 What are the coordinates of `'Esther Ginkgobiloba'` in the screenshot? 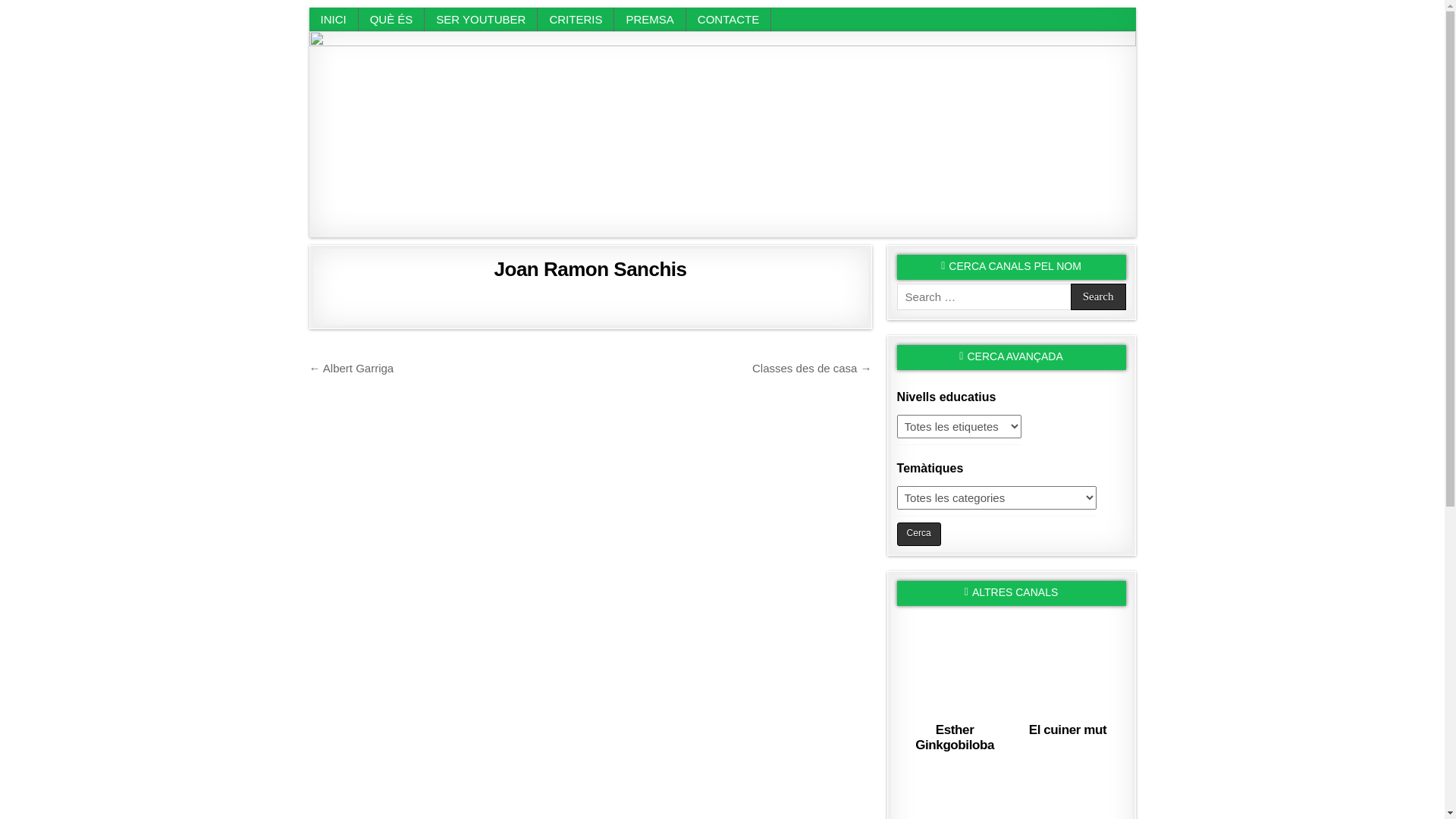 It's located at (953, 736).